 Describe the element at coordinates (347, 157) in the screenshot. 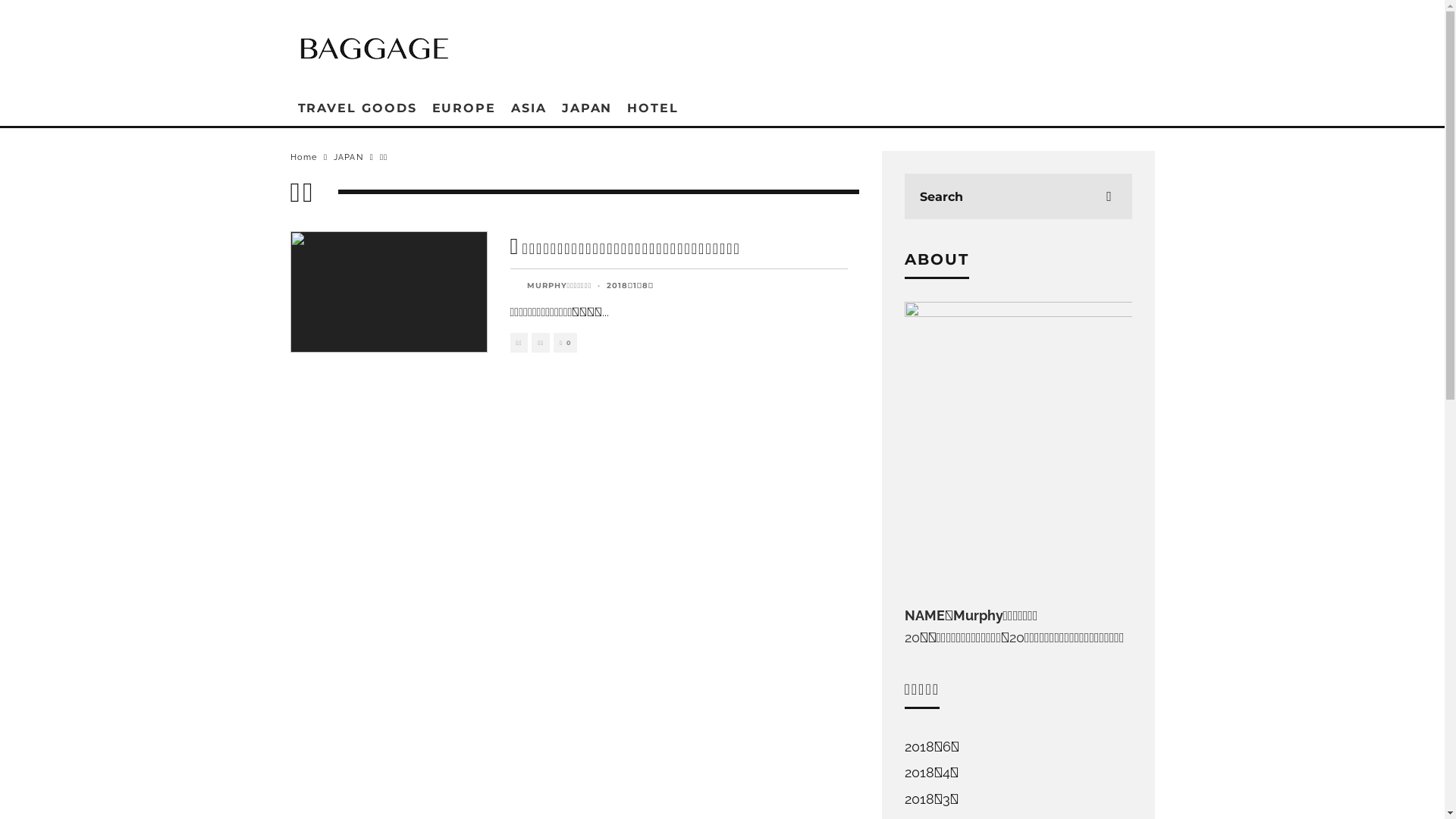

I see `'JAPAN'` at that location.